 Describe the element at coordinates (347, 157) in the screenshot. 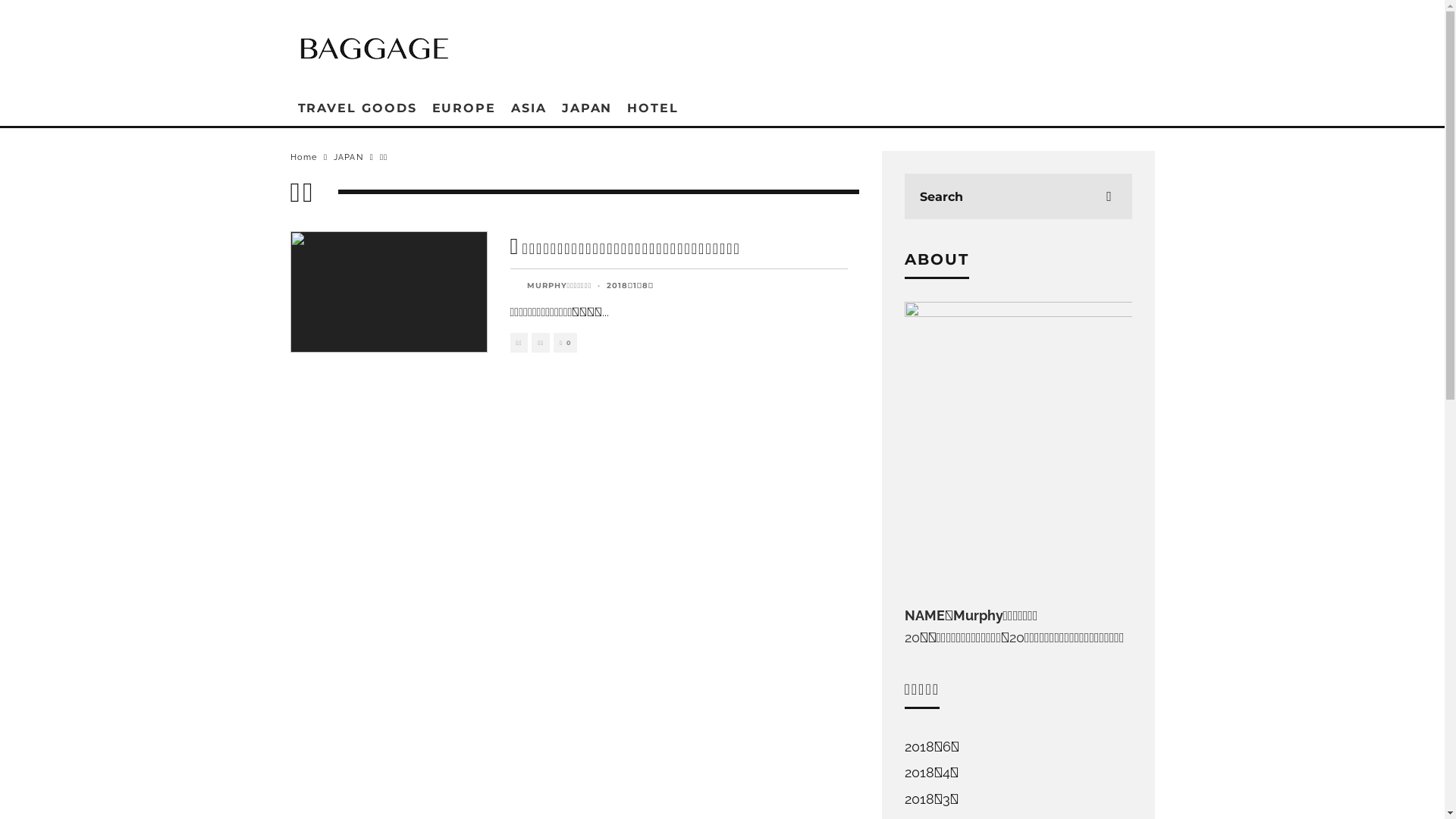

I see `'JAPAN'` at that location.